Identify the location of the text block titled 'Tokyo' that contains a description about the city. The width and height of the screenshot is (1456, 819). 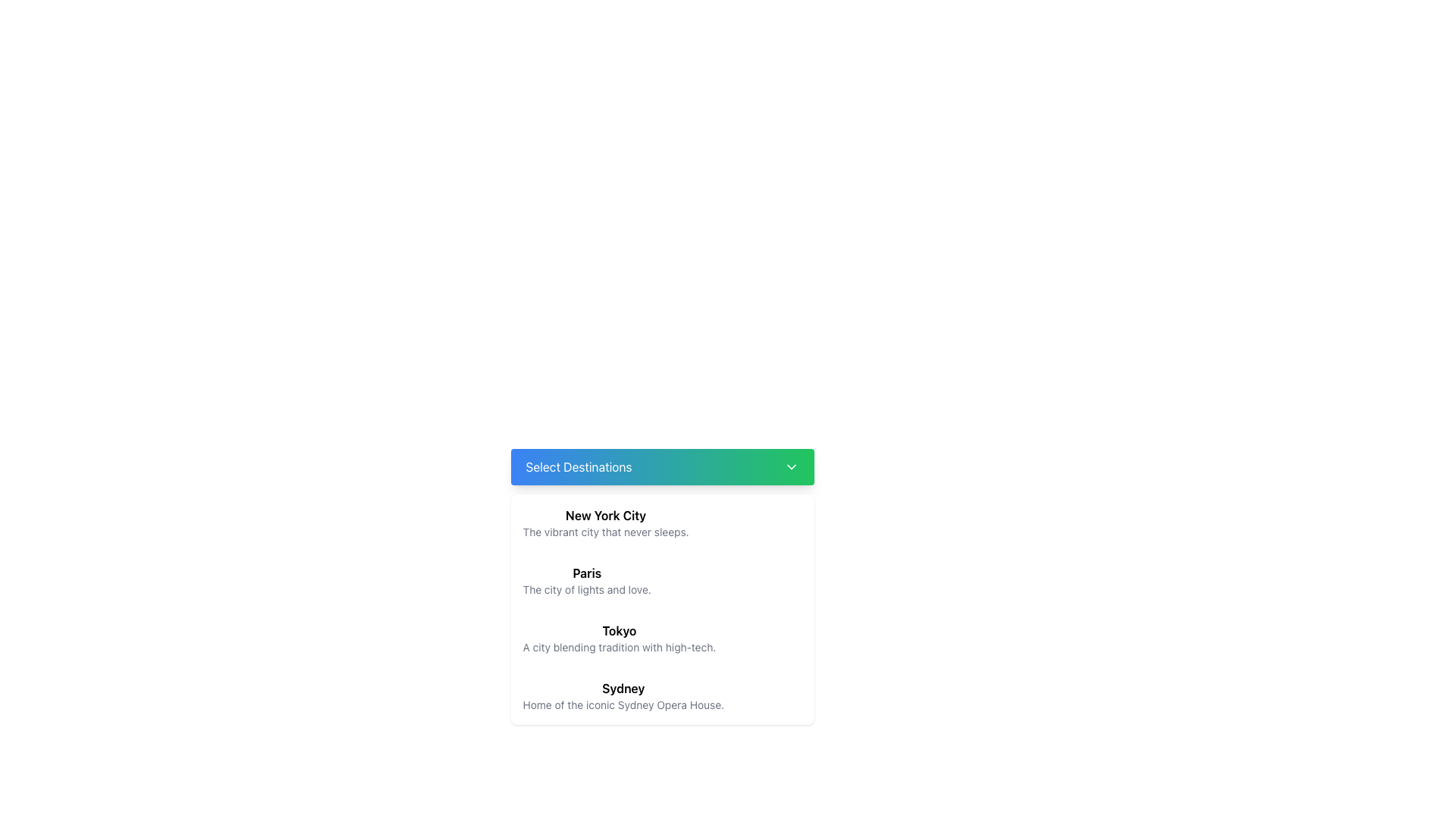
(619, 638).